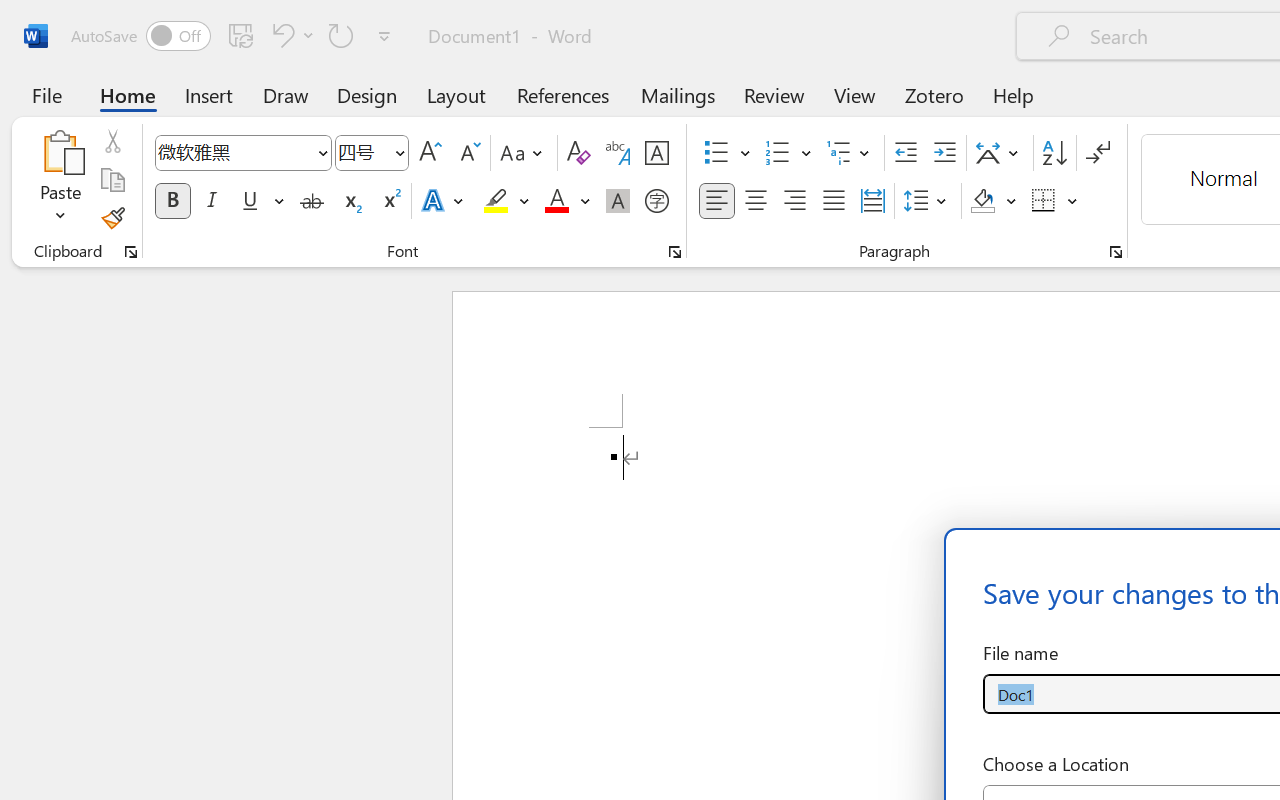 This screenshot has height=800, width=1280. What do you see at coordinates (279, 34) in the screenshot?
I see `'Undo <ApplyStyleToDoc>b__0'` at bounding box center [279, 34].